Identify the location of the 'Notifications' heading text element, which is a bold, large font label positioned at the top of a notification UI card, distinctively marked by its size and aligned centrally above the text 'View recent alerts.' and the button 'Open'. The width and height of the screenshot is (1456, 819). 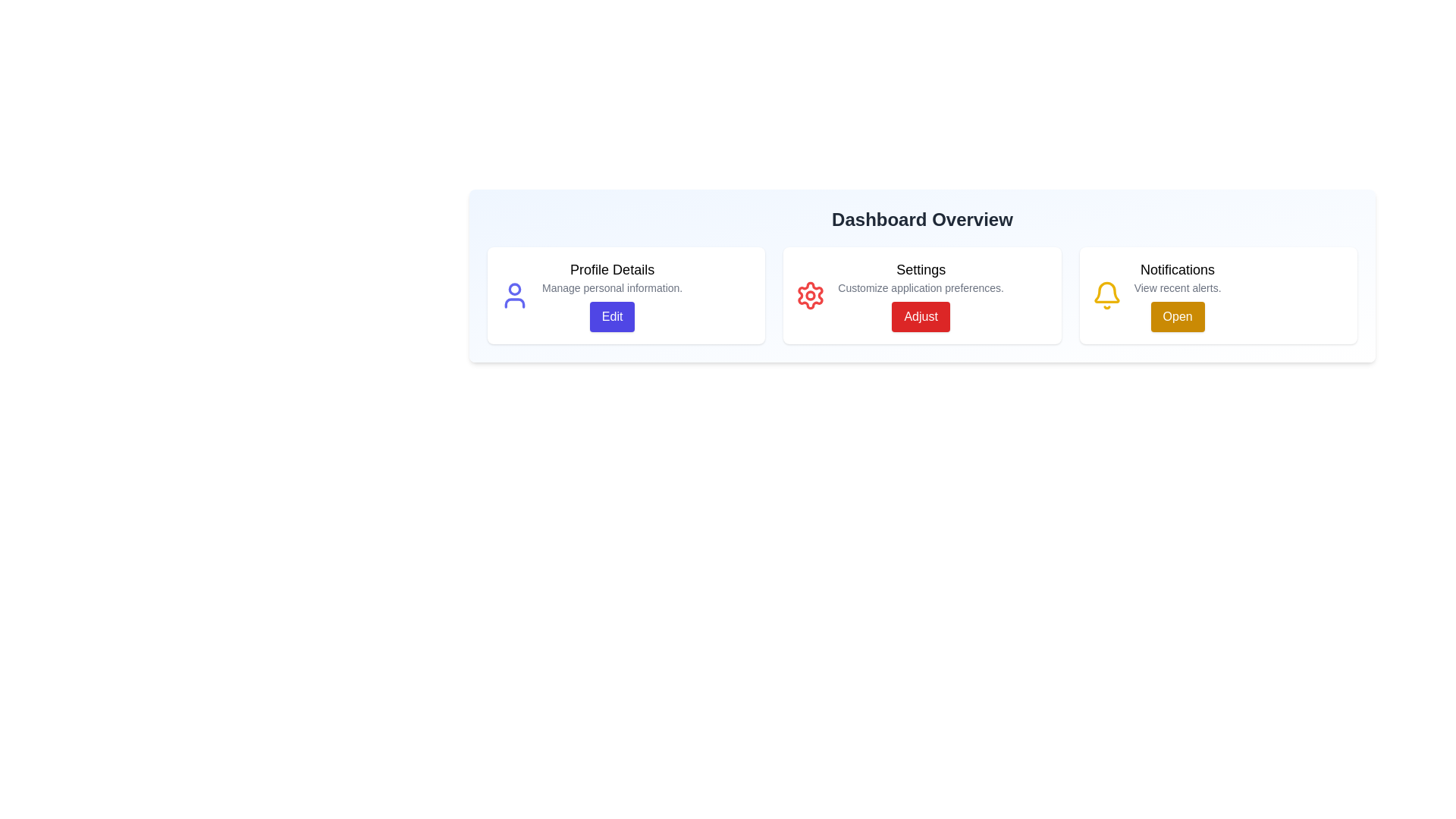
(1177, 268).